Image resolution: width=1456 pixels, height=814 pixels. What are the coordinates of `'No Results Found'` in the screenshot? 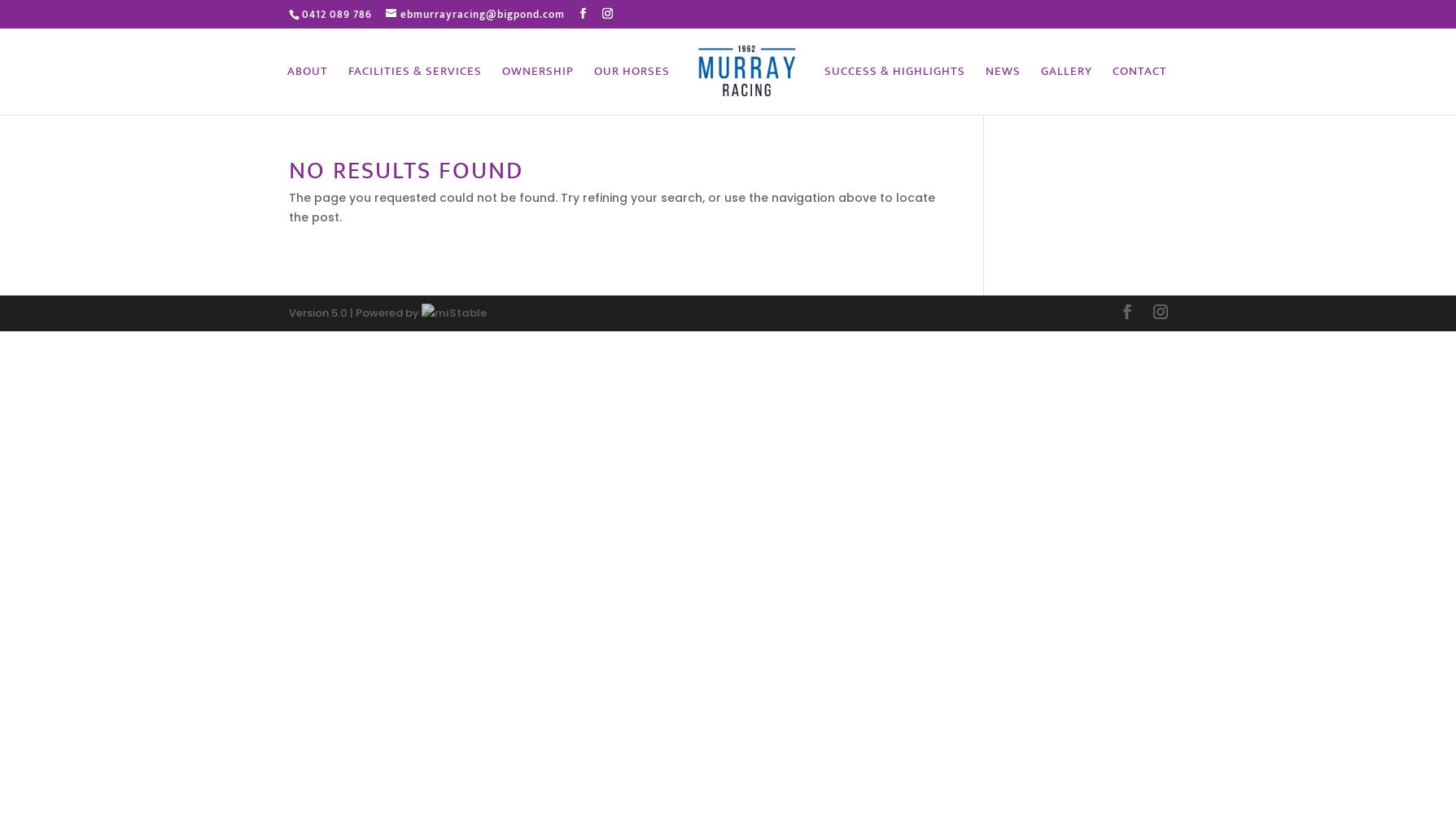 It's located at (404, 170).